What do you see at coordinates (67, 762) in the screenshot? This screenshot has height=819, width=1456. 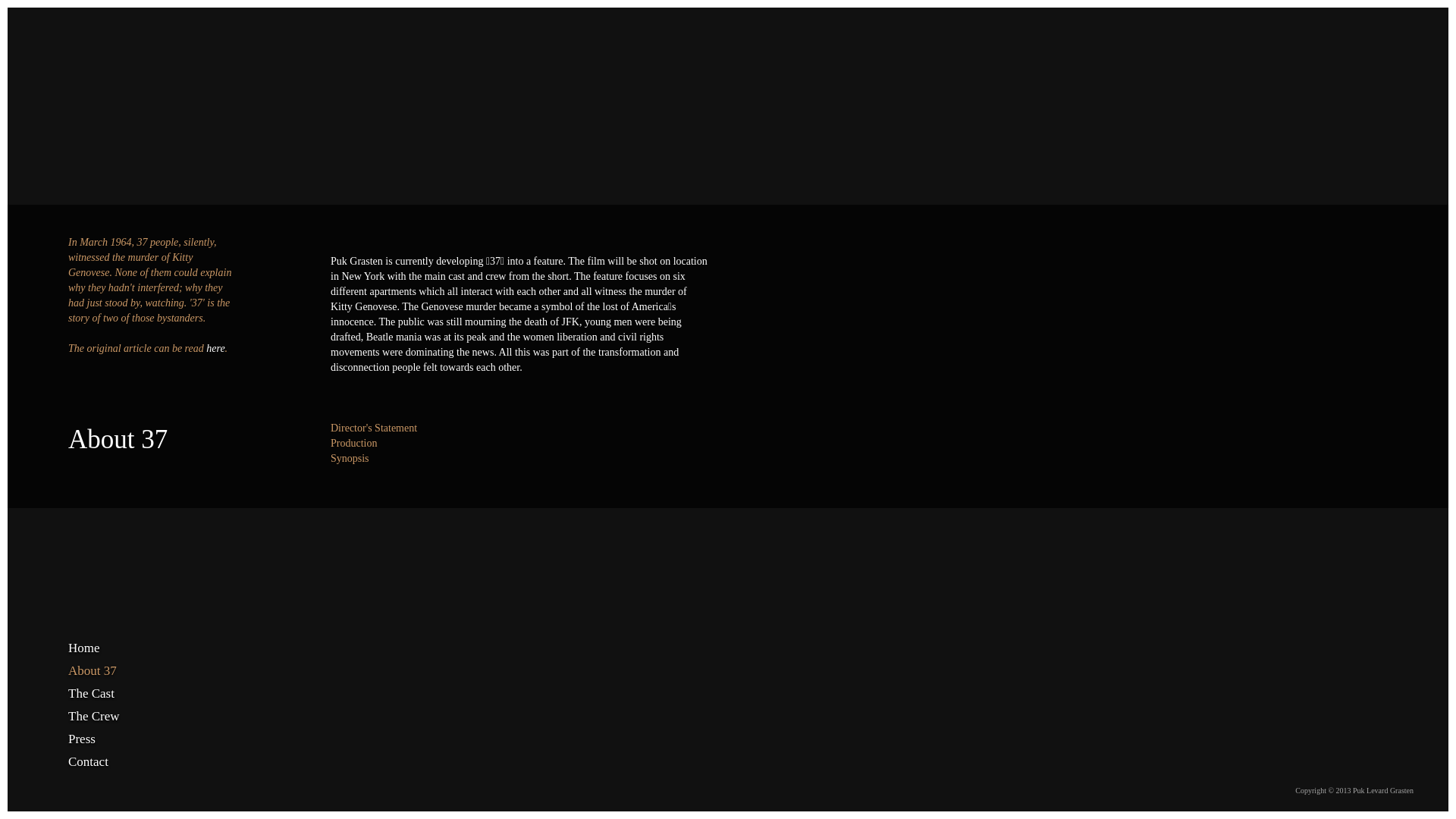 I see `'Contact'` at bounding box center [67, 762].